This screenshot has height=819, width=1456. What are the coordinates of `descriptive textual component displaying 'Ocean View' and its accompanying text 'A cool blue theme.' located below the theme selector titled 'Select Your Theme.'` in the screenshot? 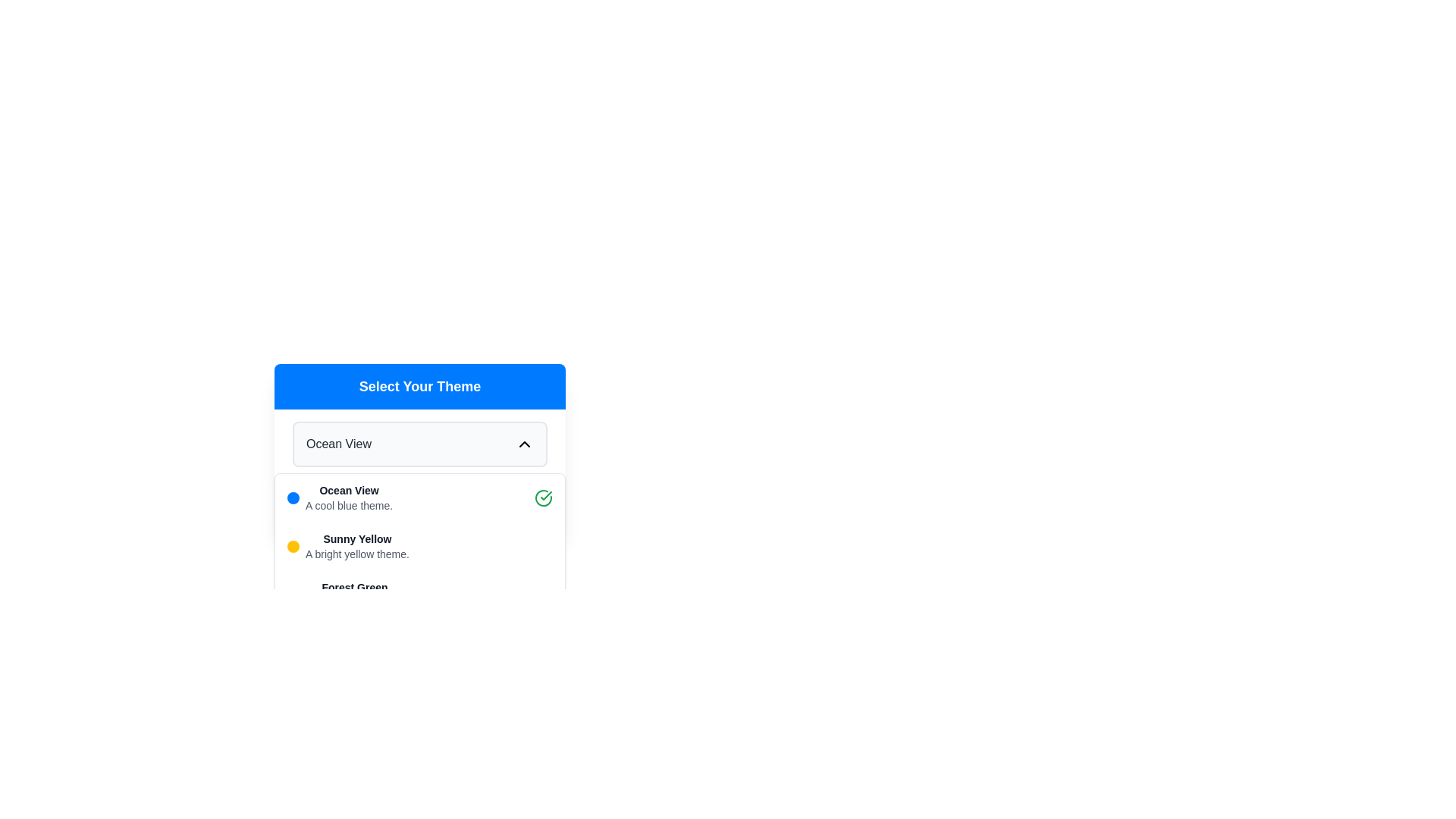 It's located at (348, 497).